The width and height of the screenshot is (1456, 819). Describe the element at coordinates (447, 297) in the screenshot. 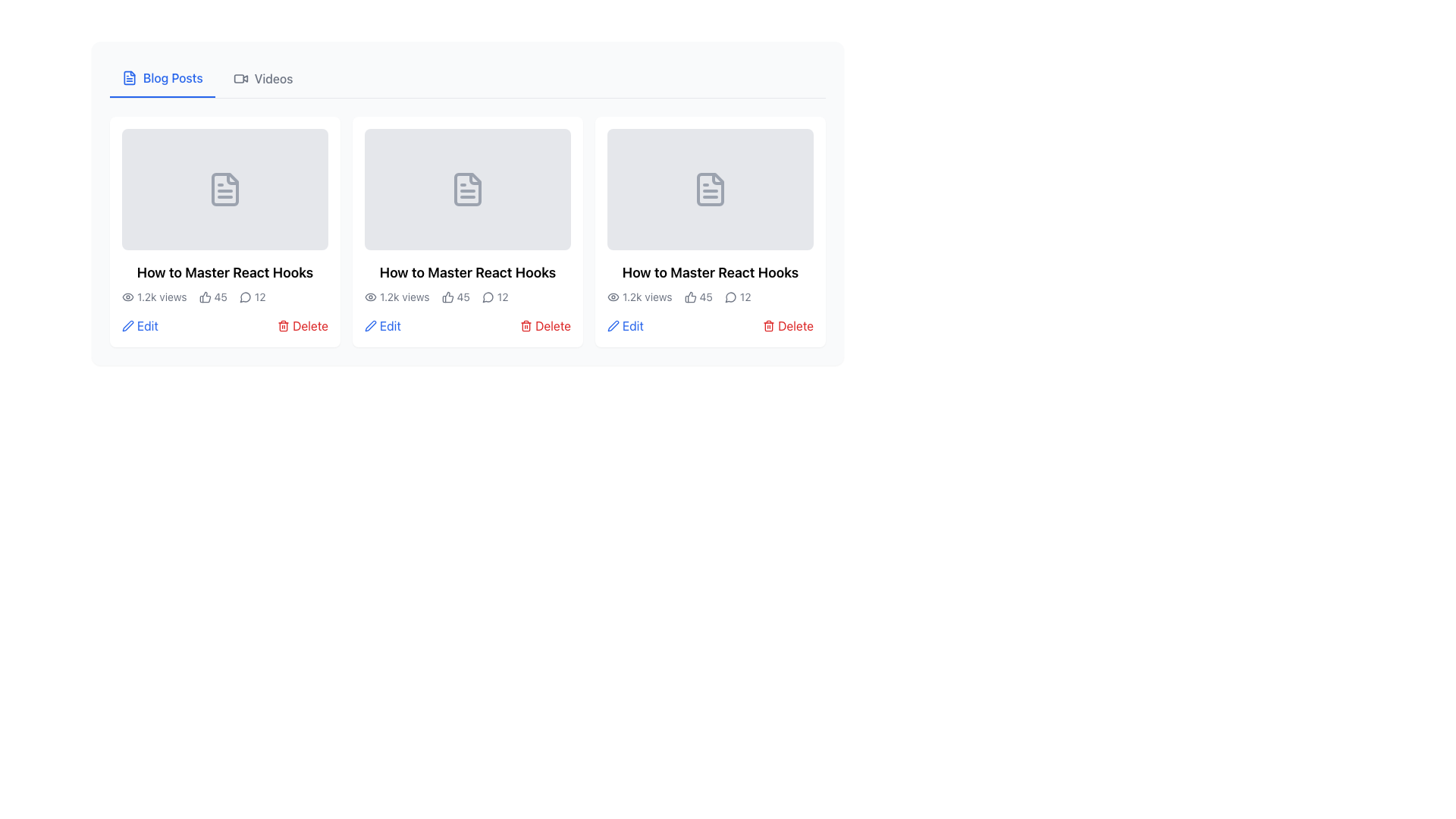

I see `the thumbs-up icon representing likes or approval functions located in the second column of interactive cards under the 'How to Master React Hooks' section` at that location.